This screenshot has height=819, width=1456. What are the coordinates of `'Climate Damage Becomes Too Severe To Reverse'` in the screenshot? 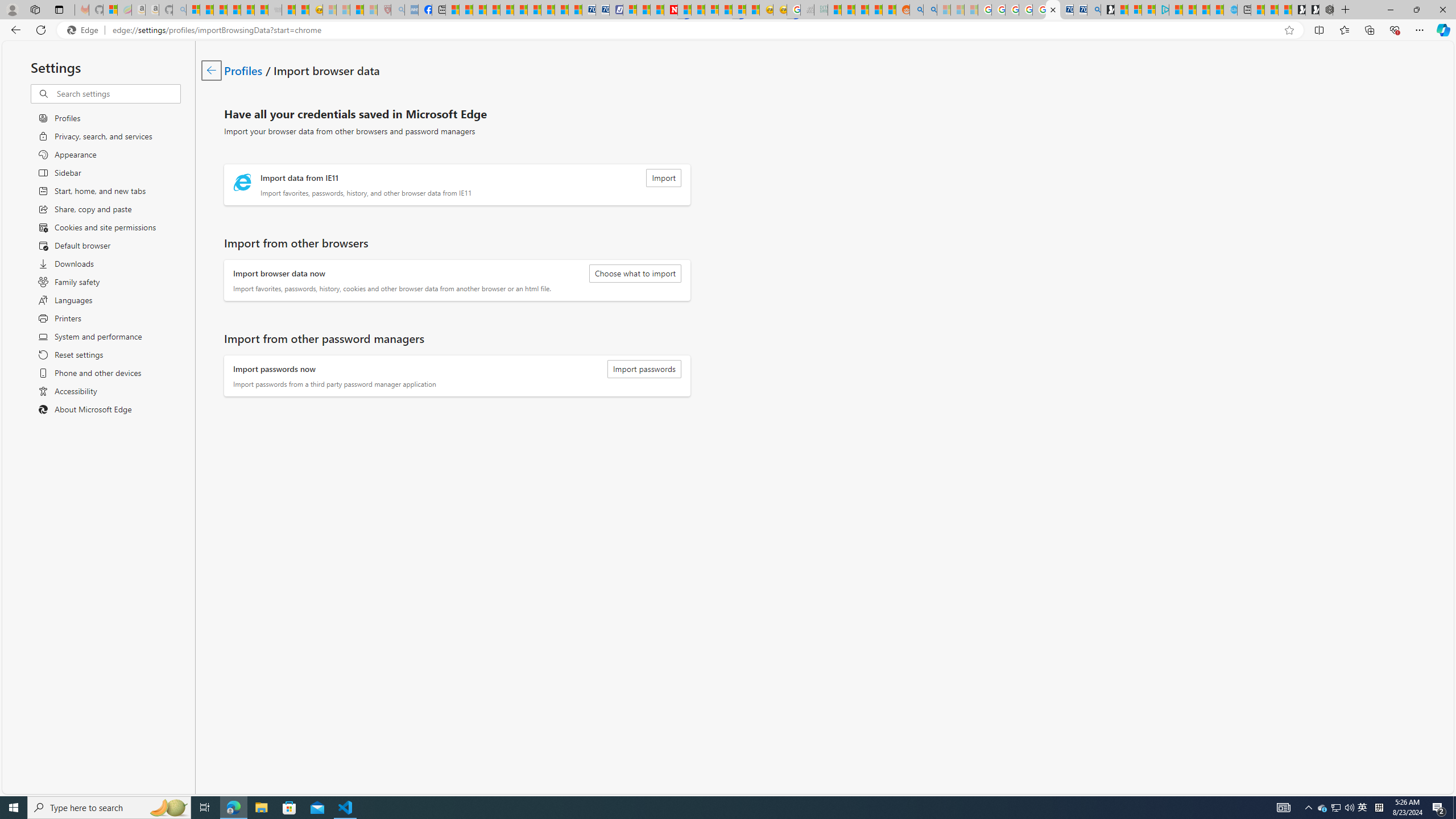 It's located at (493, 9).